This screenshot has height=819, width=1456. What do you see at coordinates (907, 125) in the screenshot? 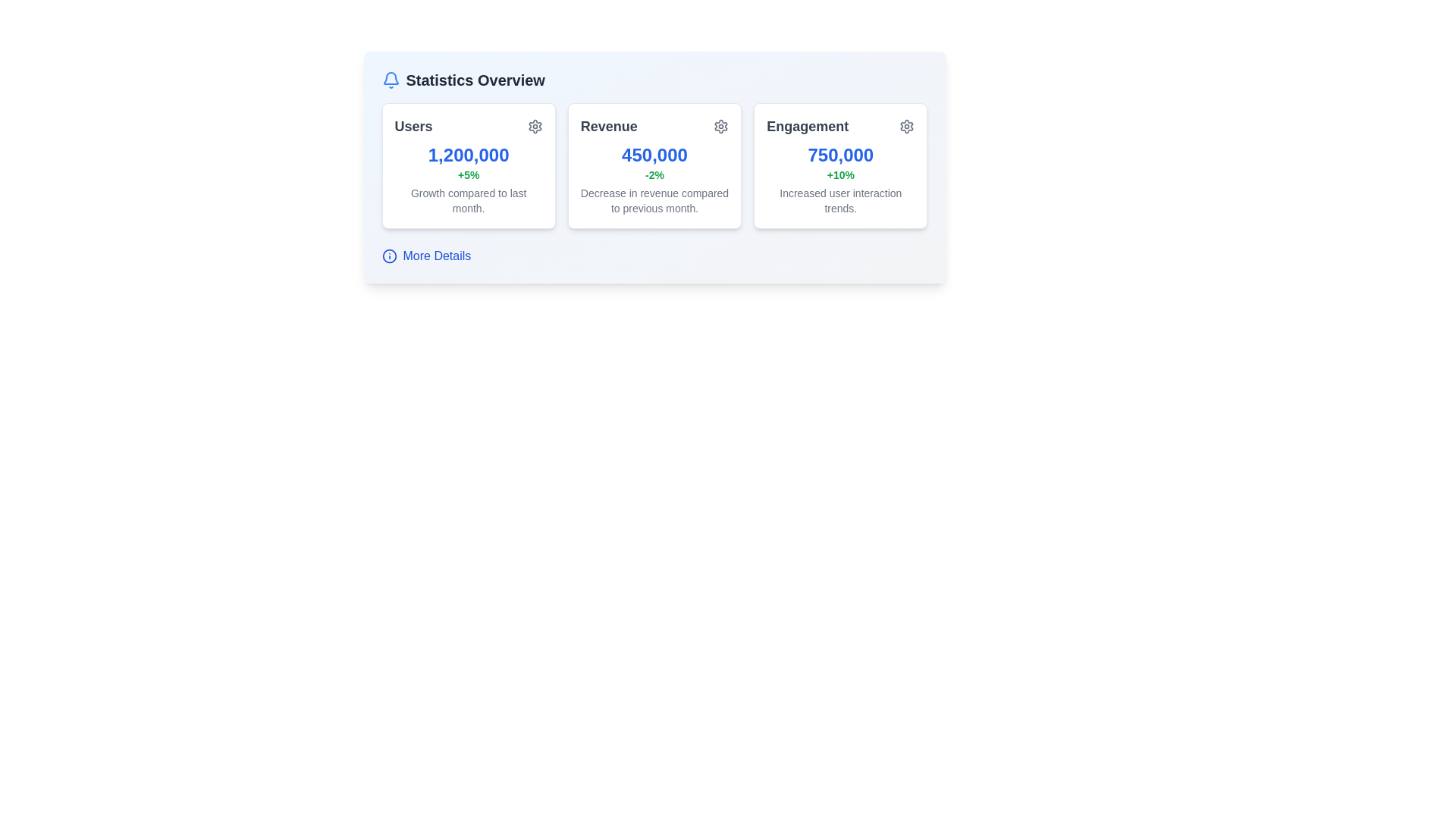
I see `the Settings icon, which is a gear-shaped graphical element located at the top-right corner of the Engagement card` at bounding box center [907, 125].